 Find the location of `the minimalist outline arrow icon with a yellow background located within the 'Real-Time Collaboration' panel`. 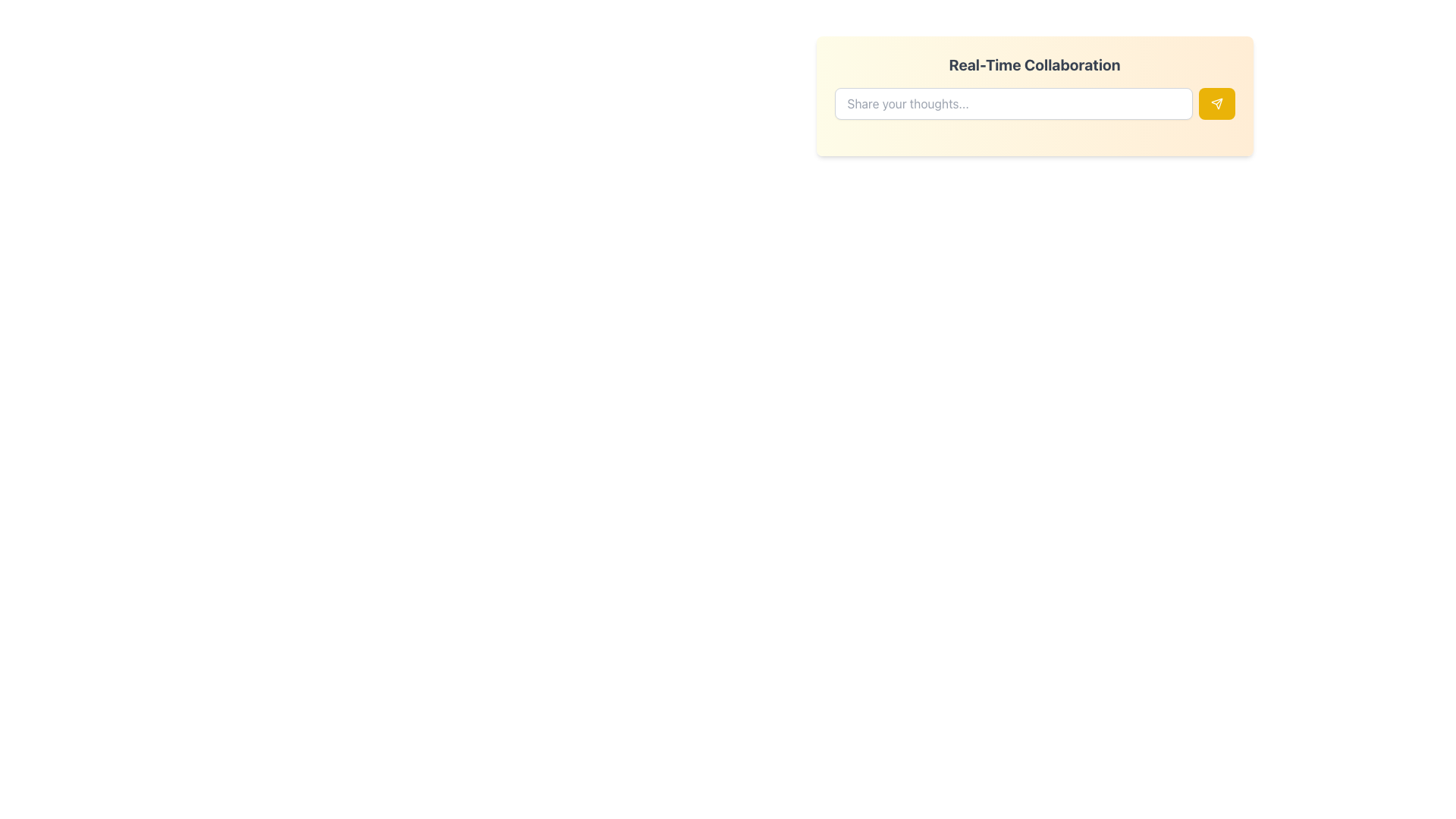

the minimalist outline arrow icon with a yellow background located within the 'Real-Time Collaboration' panel is located at coordinates (1216, 103).